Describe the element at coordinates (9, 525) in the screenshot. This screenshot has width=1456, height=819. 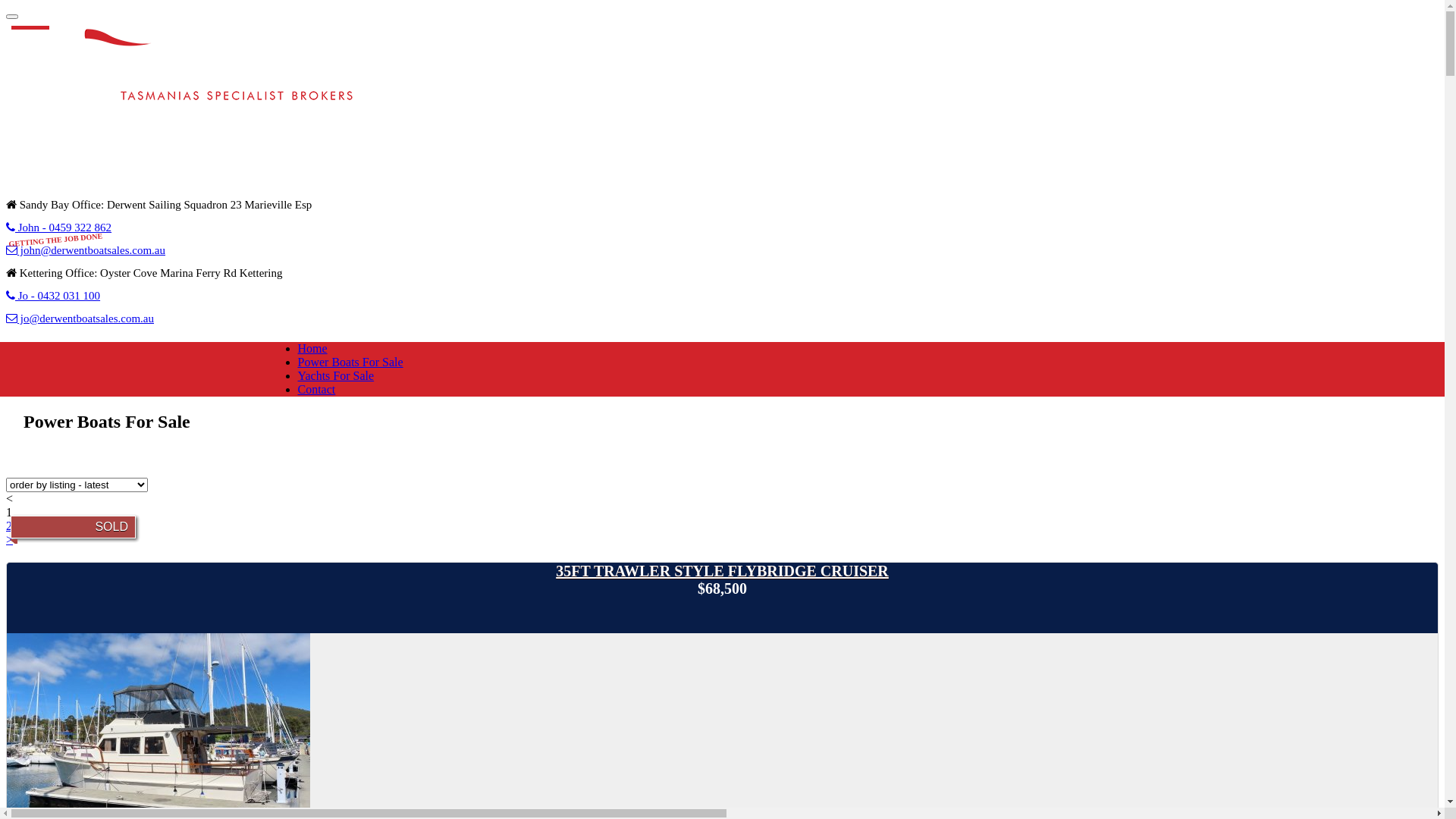
I see `'2'` at that location.